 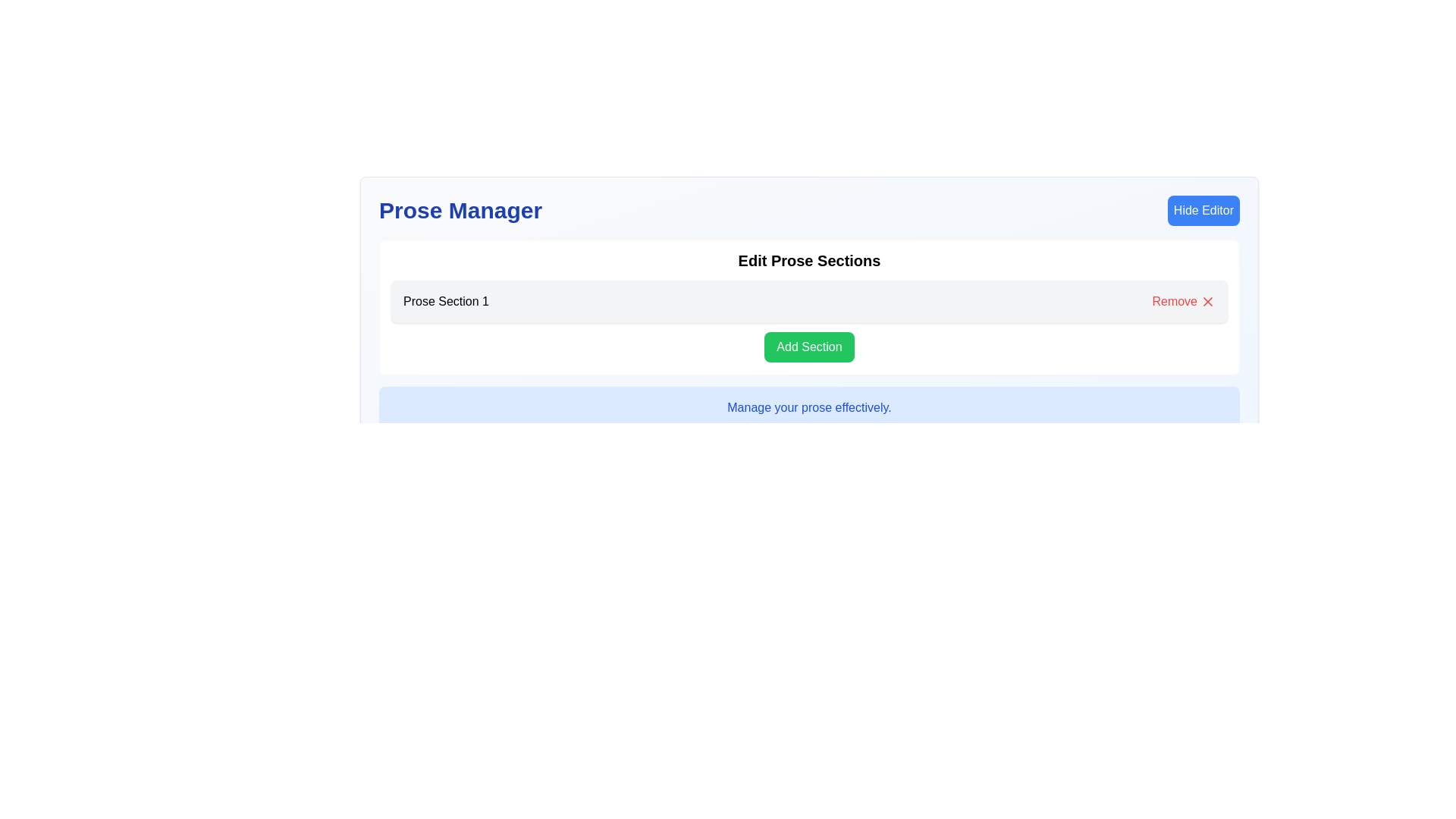 I want to click on the green button labeled 'Add Section' to change its color to a darker green, so click(x=808, y=347).